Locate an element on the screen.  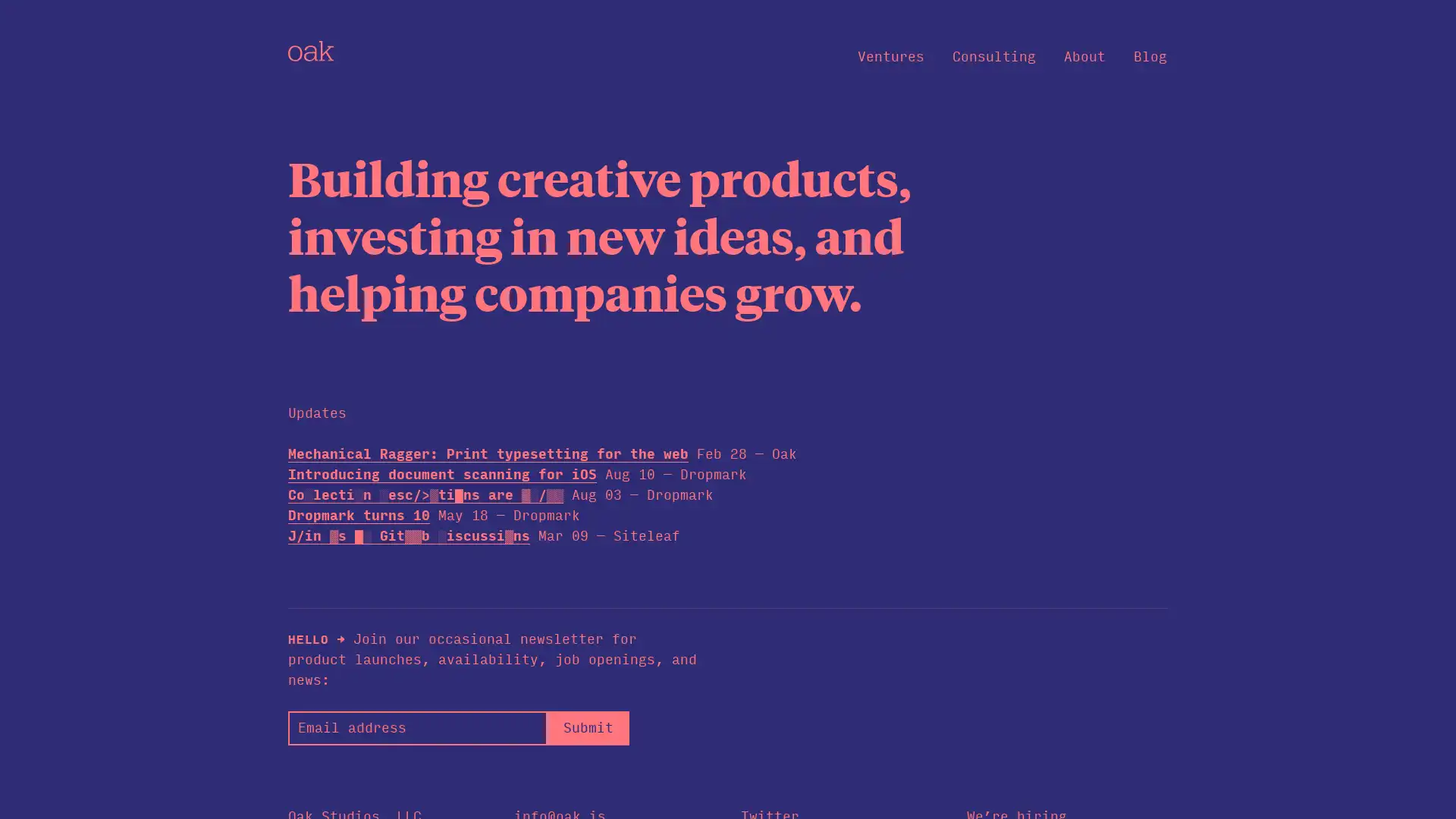
Submit is located at coordinates (587, 726).